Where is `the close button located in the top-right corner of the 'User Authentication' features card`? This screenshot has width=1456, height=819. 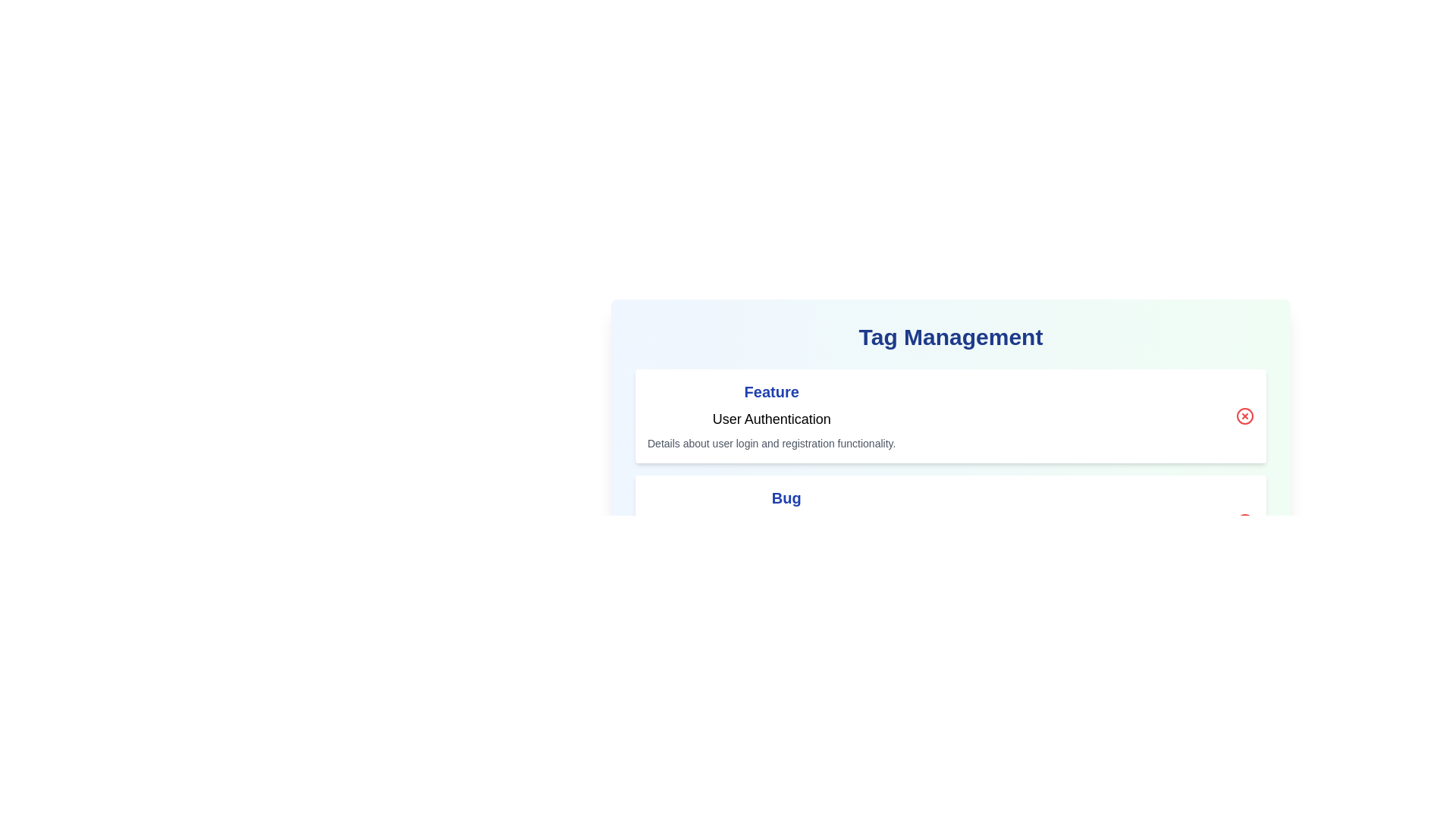 the close button located in the top-right corner of the 'User Authentication' features card is located at coordinates (1244, 416).